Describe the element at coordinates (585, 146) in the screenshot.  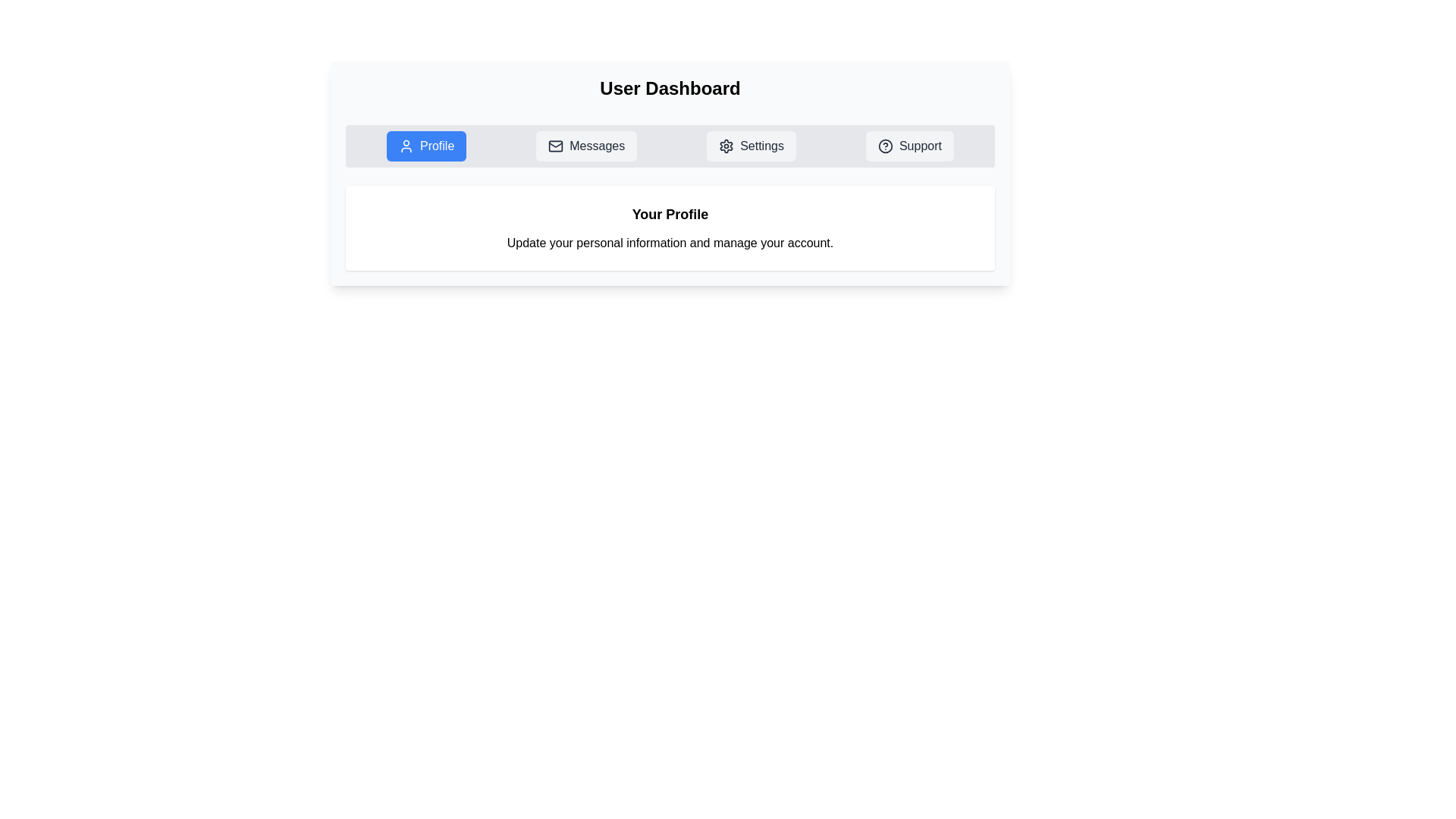
I see `the second button in the horizontal navigation bar at the top center of the interface` at that location.